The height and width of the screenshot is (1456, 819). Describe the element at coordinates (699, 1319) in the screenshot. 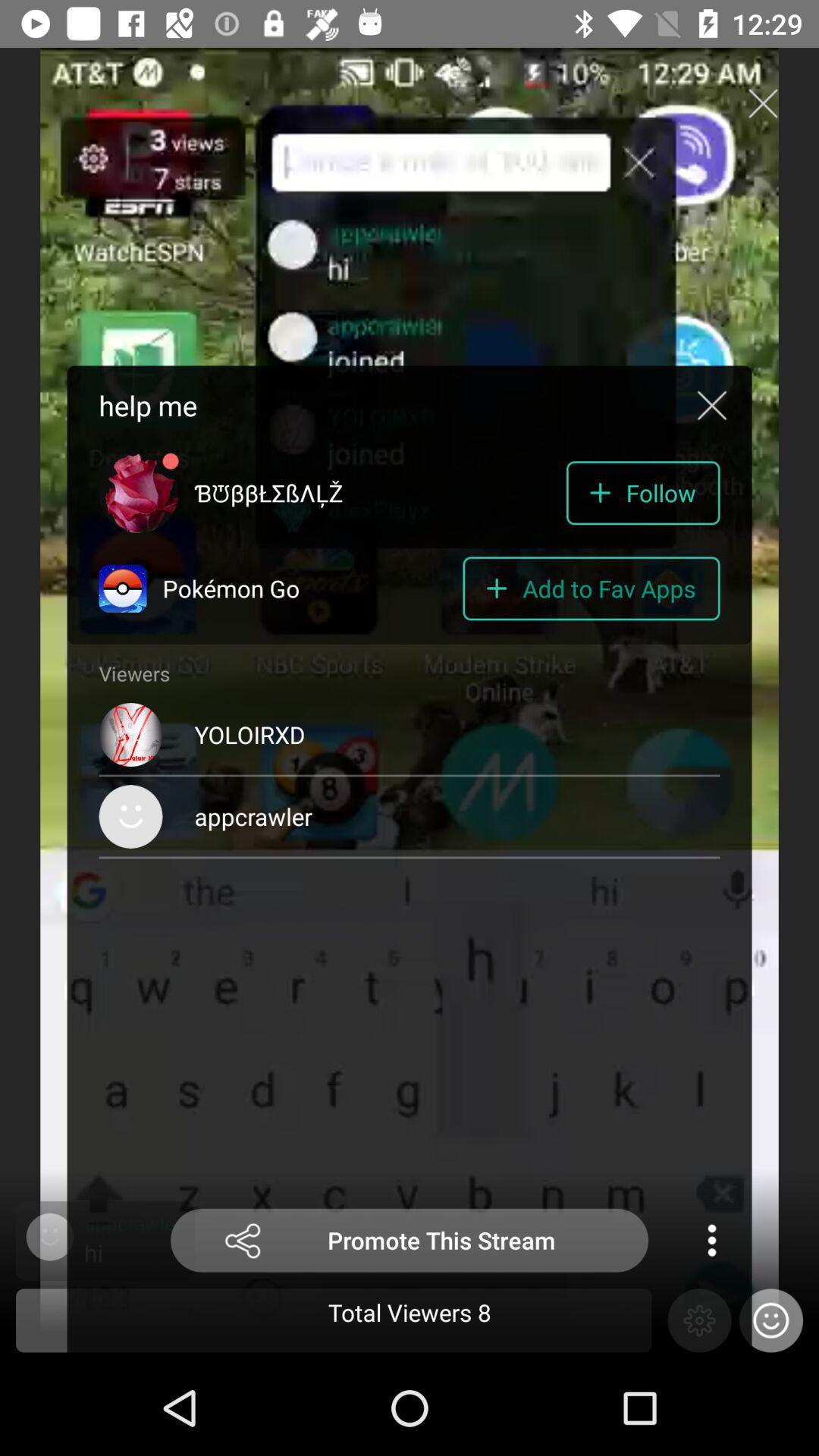

I see `the settings icon` at that location.